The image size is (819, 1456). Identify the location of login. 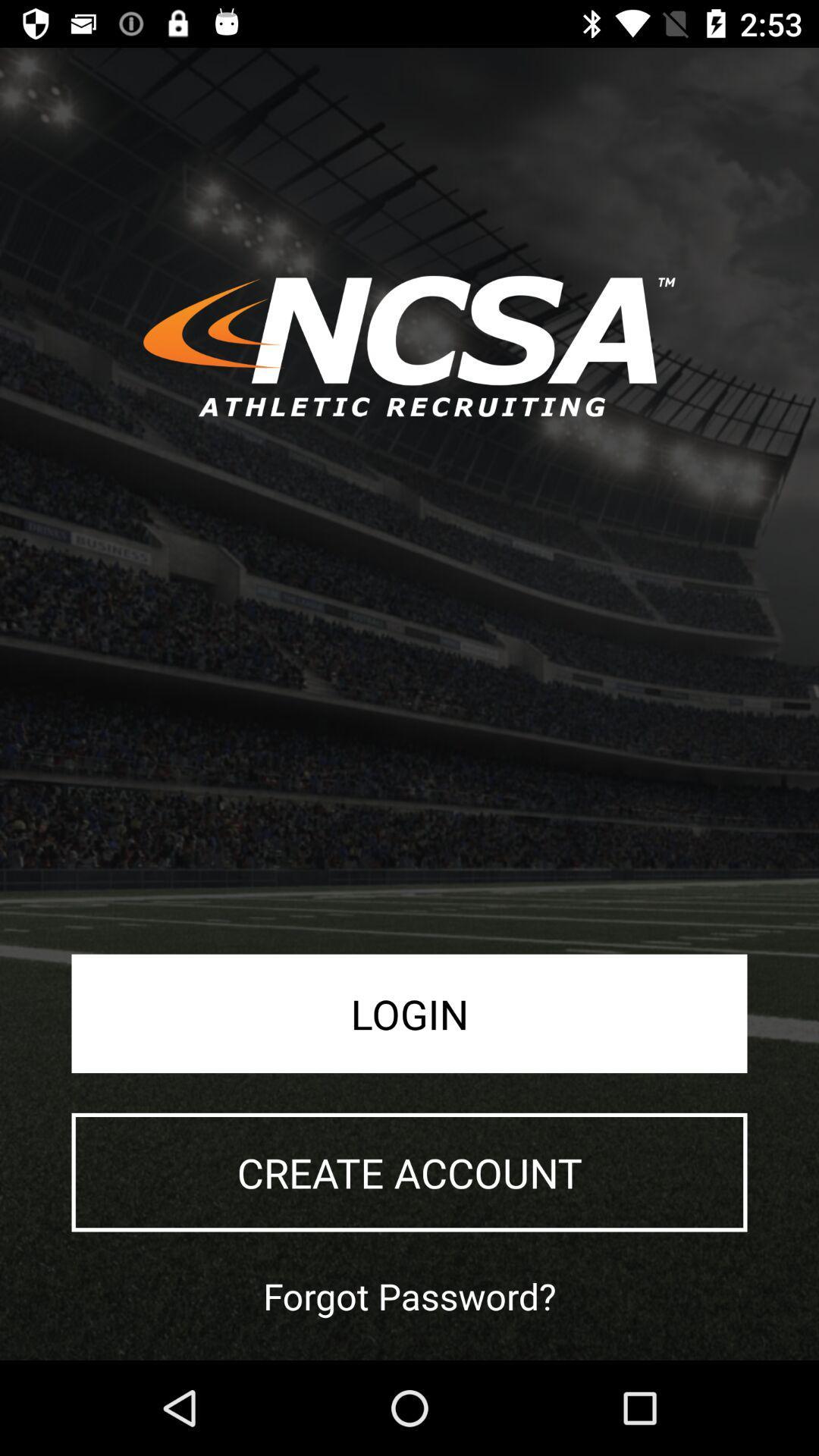
(409, 1013).